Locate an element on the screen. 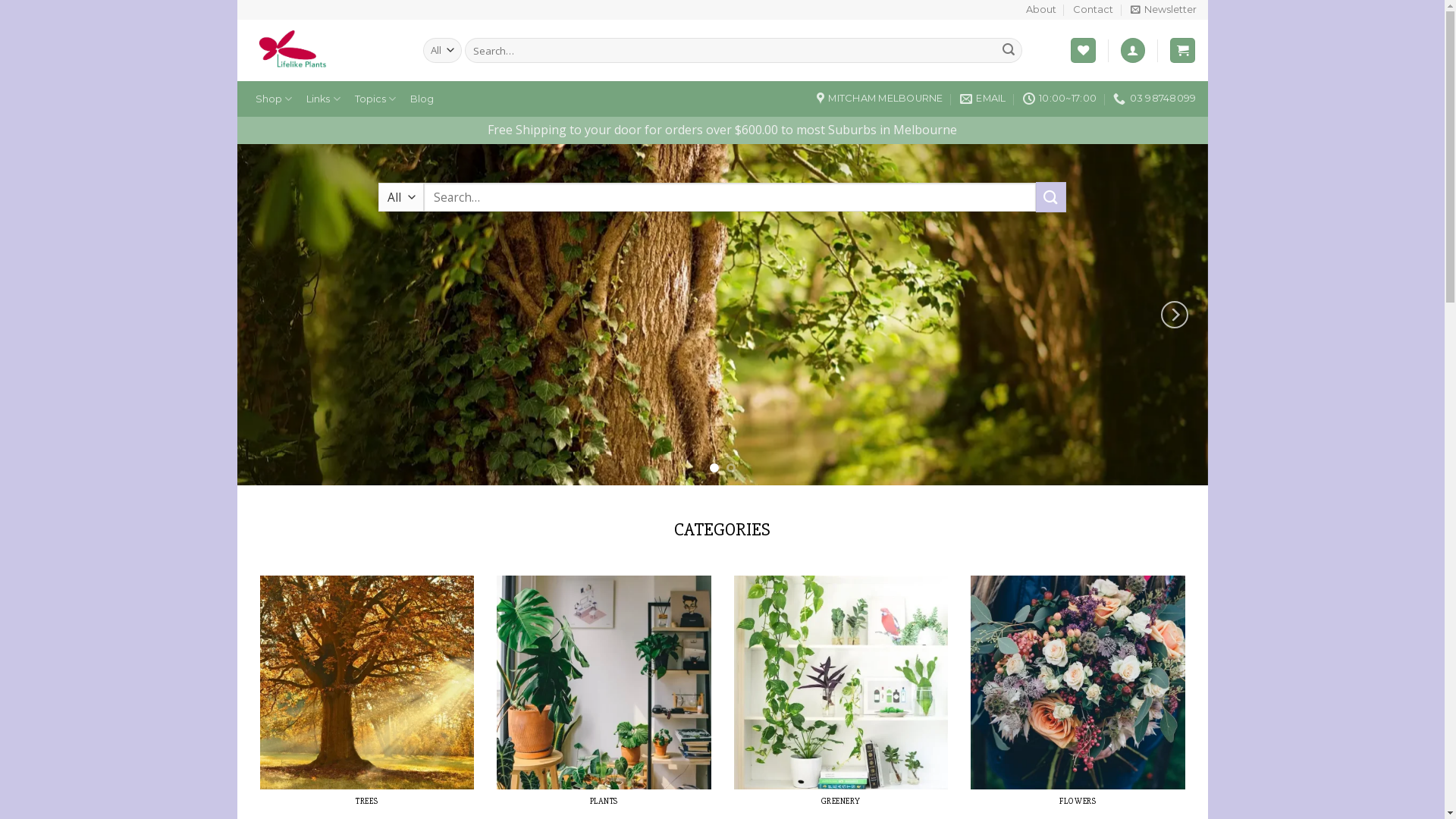 The height and width of the screenshot is (819, 1456). 'Search' is located at coordinates (1008, 49).